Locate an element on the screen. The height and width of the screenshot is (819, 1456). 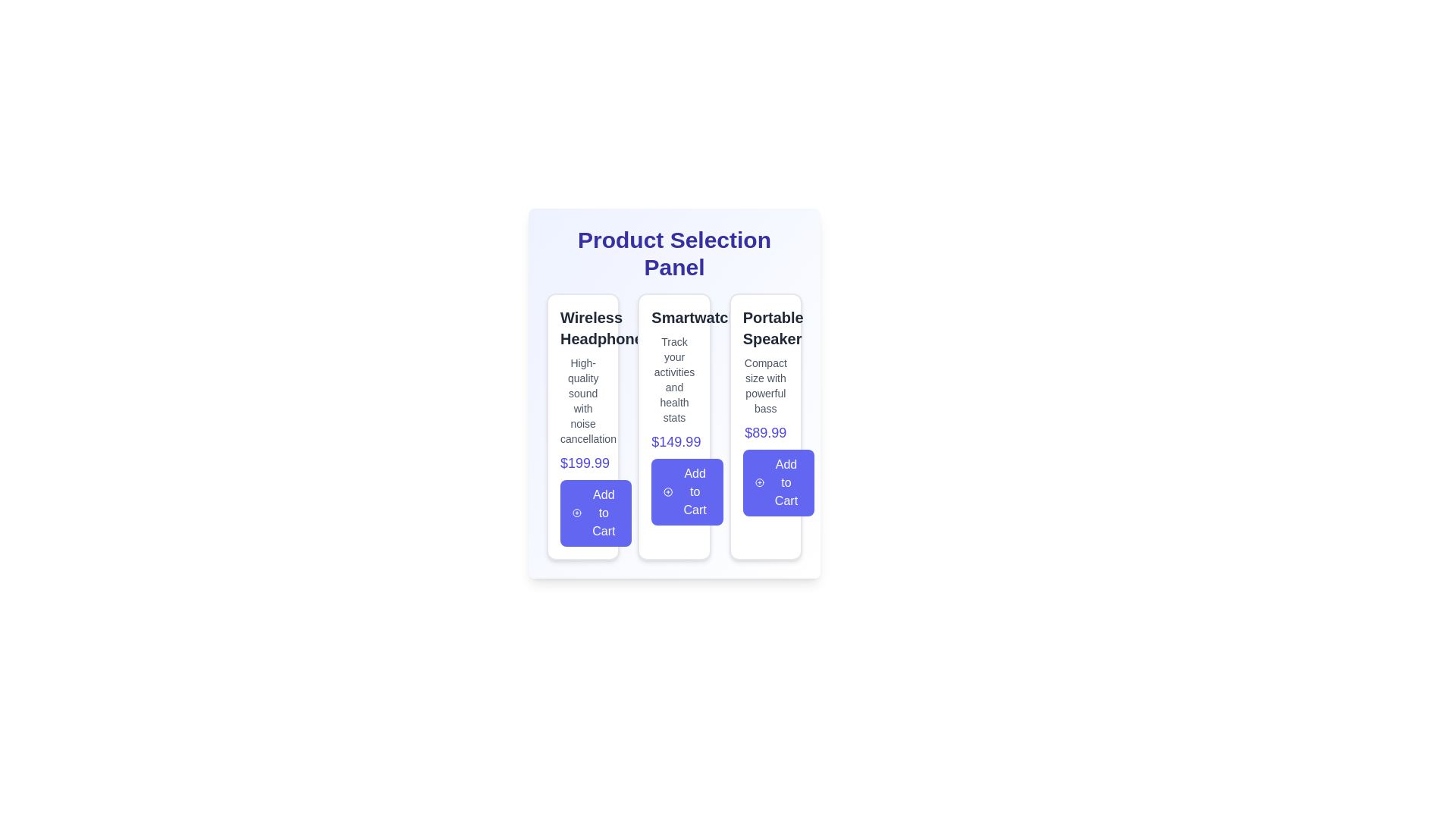
the circular icon with a plus sign that represents adding an item to the shopping cart, located within the 'Add to Cart' button in the middle card of the interface is located at coordinates (667, 491).